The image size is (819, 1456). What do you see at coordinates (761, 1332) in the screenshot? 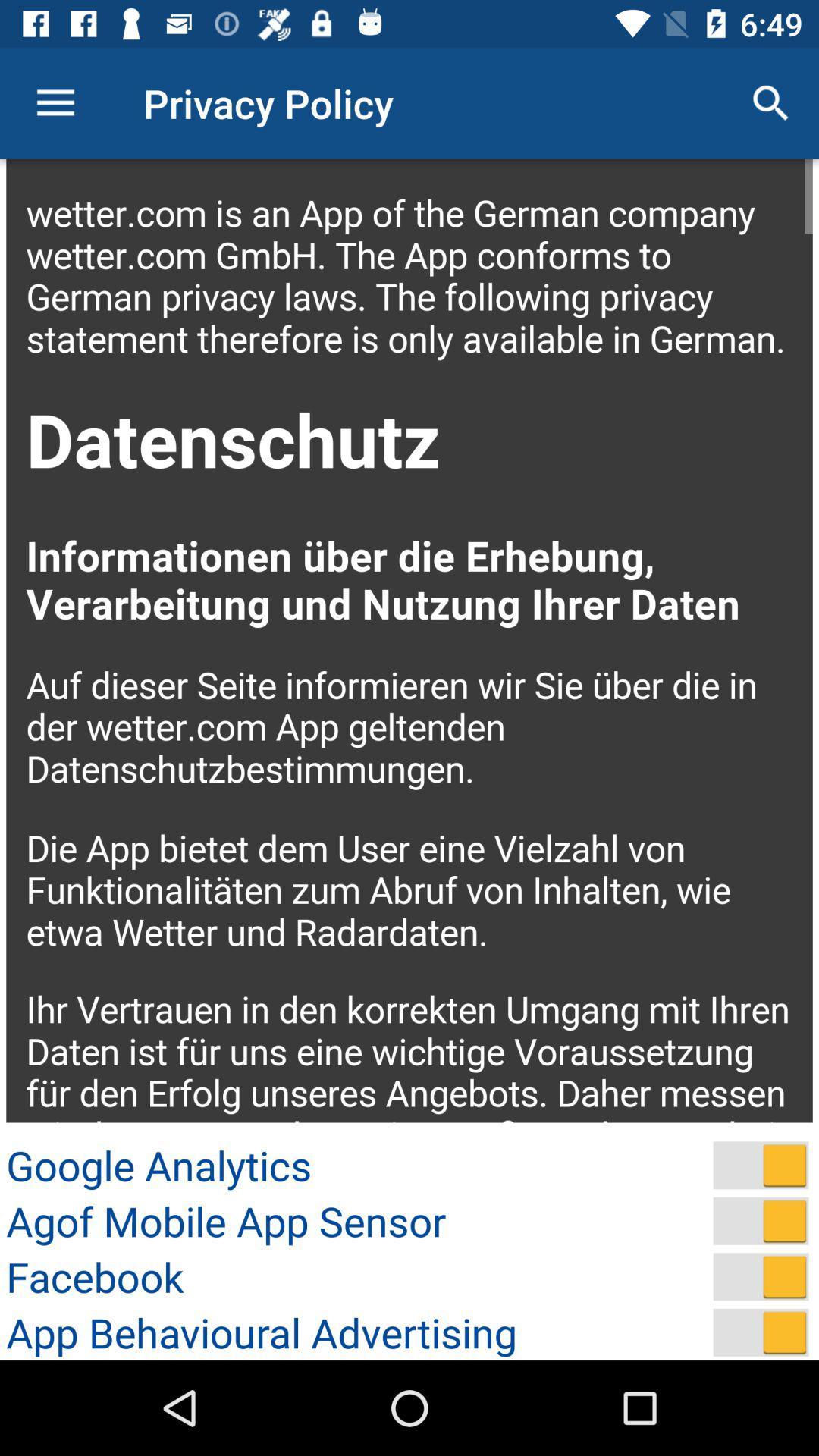
I see `app behavioral advertising settings` at bounding box center [761, 1332].